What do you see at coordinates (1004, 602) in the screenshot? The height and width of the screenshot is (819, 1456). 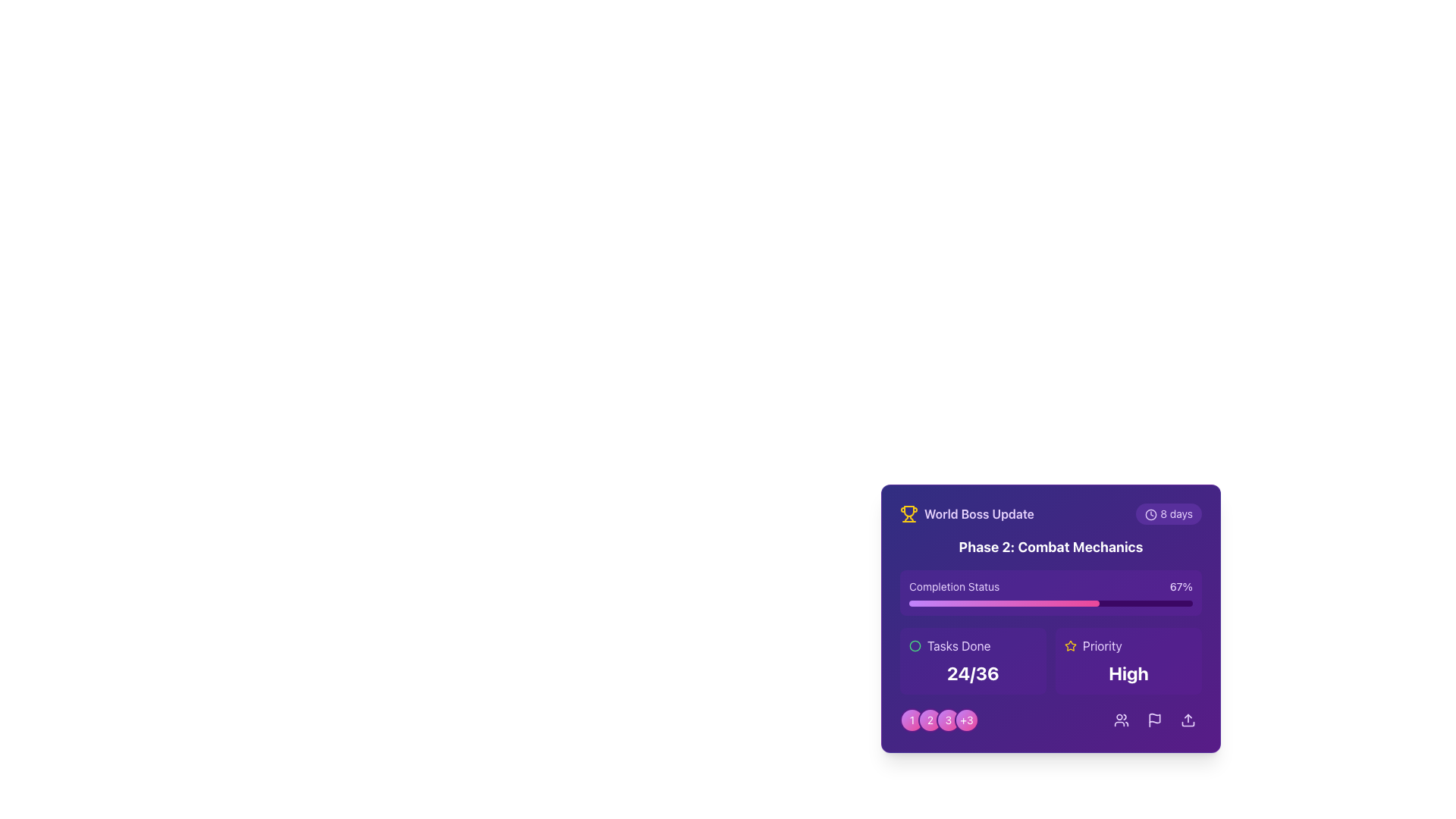 I see `the Progress bar displaying 67% completion located in the card section labeled 'Phase 2: Combat Mechanics' under 'Completion Status'` at bounding box center [1004, 602].